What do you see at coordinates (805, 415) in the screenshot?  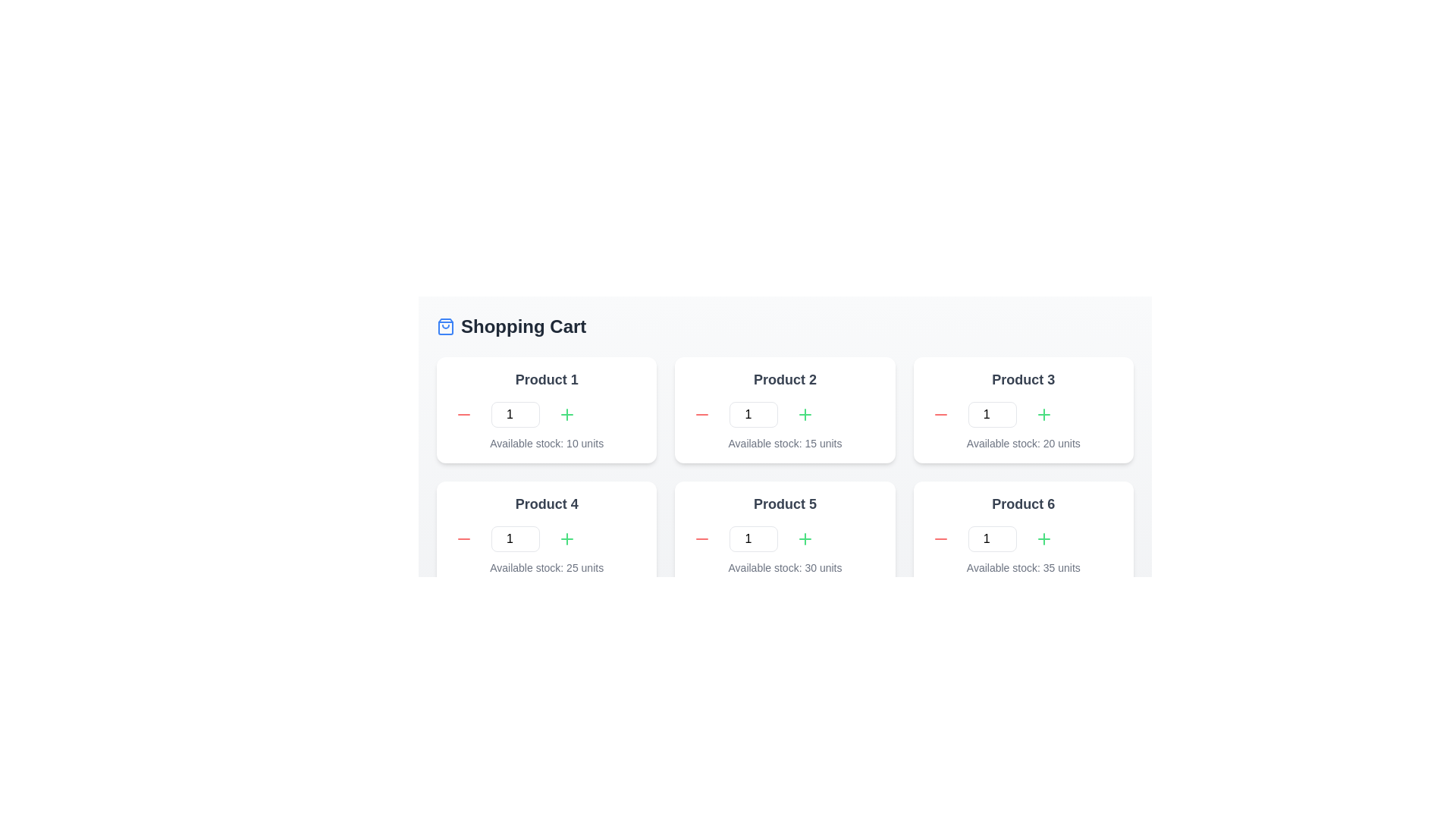 I see `the green circle-shaped button with a white plus icon, located to the right of the numeric input field at the bottom-right of the 'Product 2' card, to increment the value in the adjacent input box` at bounding box center [805, 415].